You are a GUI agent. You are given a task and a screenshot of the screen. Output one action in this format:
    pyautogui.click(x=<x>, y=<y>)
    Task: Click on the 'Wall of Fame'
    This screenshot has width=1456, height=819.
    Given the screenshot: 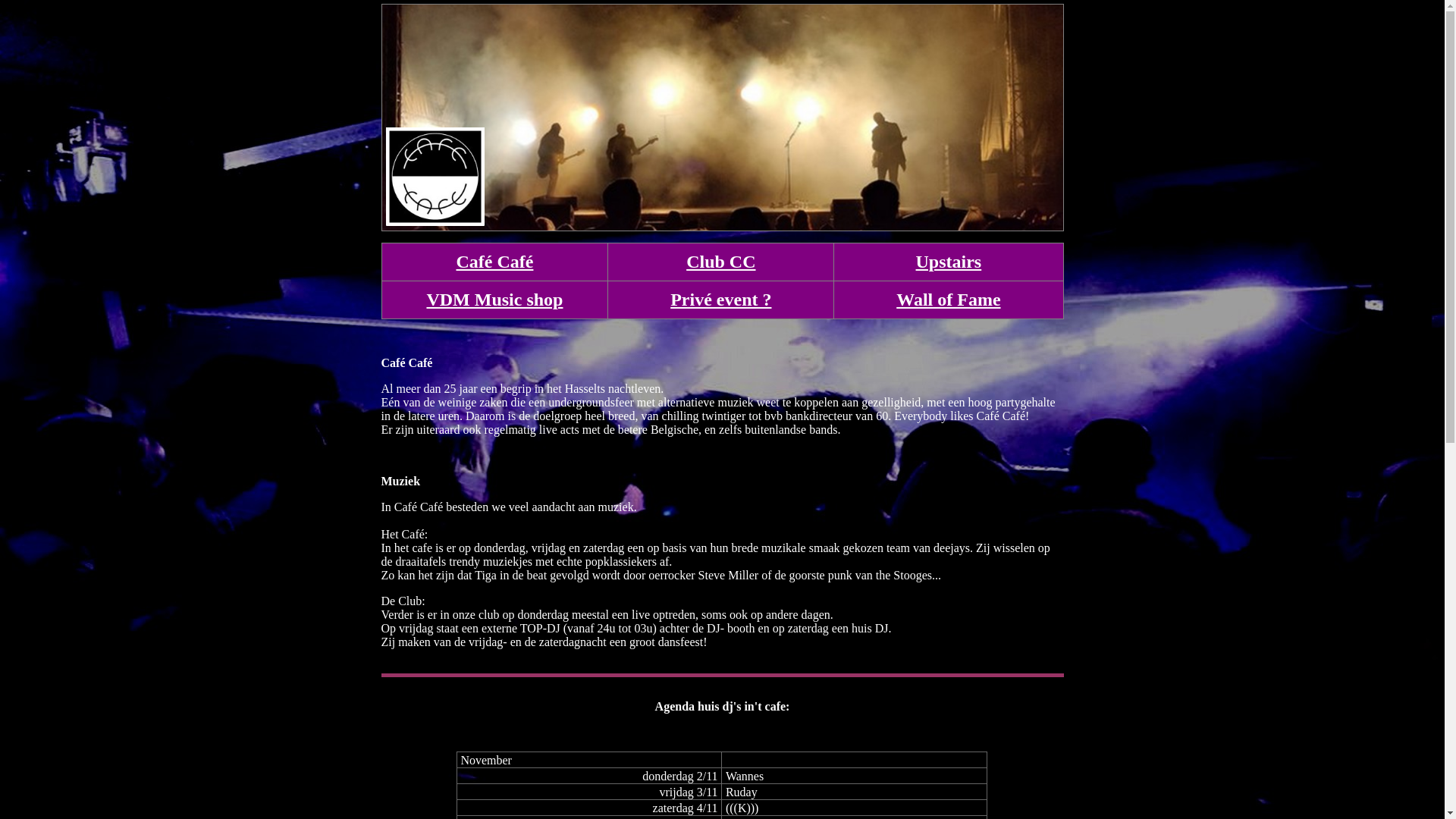 What is the action you would take?
    pyautogui.click(x=896, y=299)
    